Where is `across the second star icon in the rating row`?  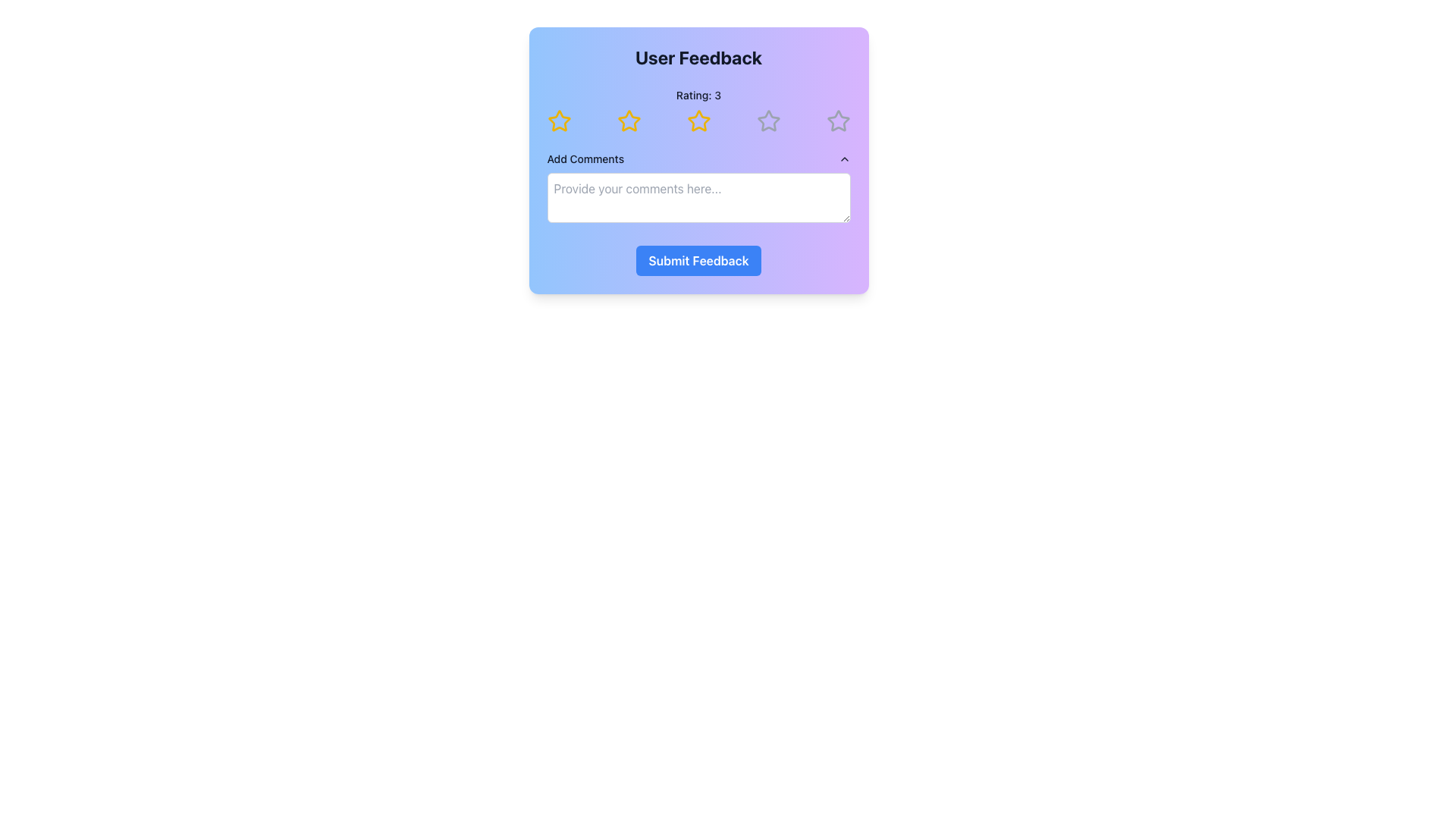
across the second star icon in the rating row is located at coordinates (629, 120).